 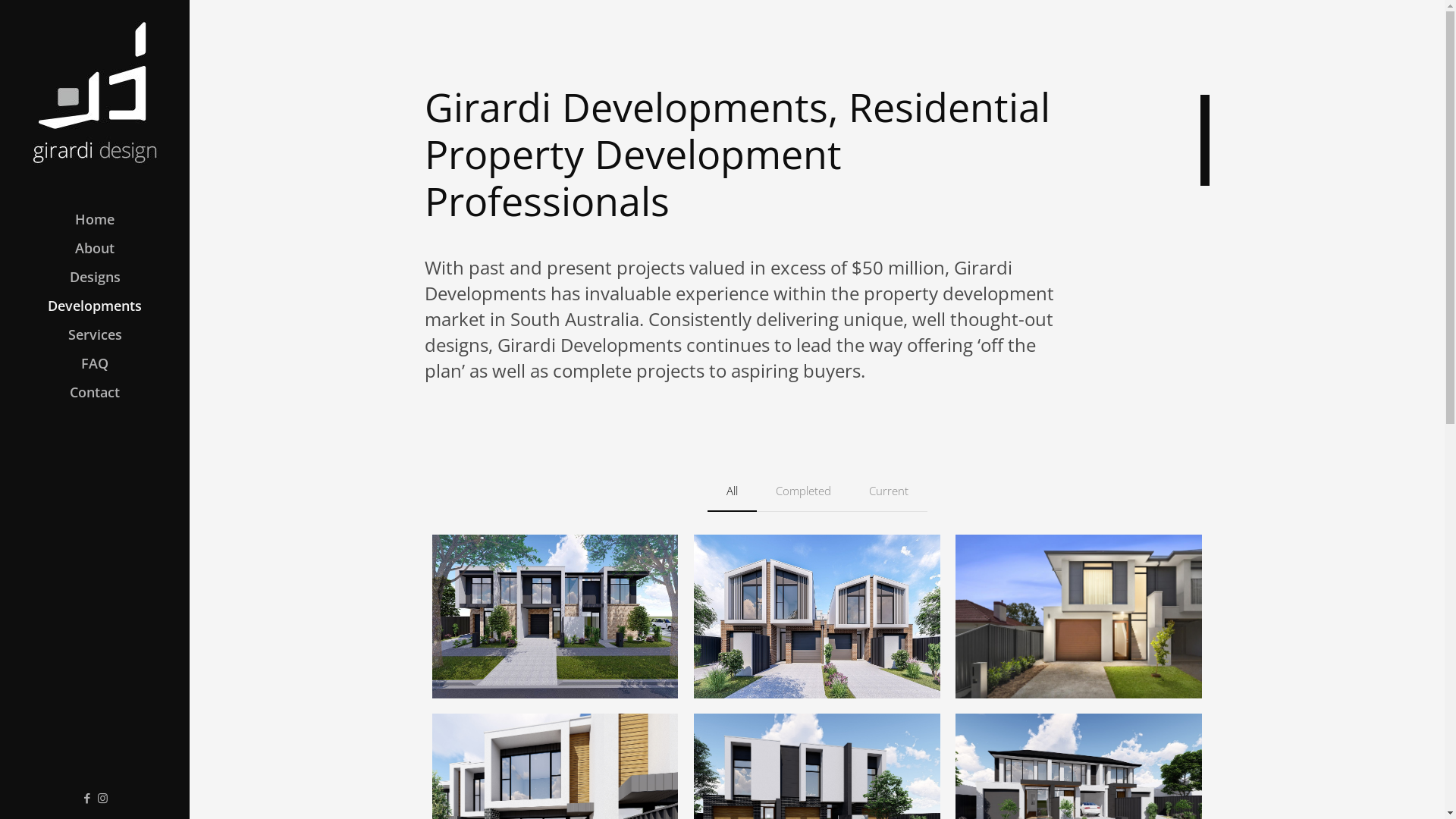 I want to click on 'Contact', so click(x=93, y=391).